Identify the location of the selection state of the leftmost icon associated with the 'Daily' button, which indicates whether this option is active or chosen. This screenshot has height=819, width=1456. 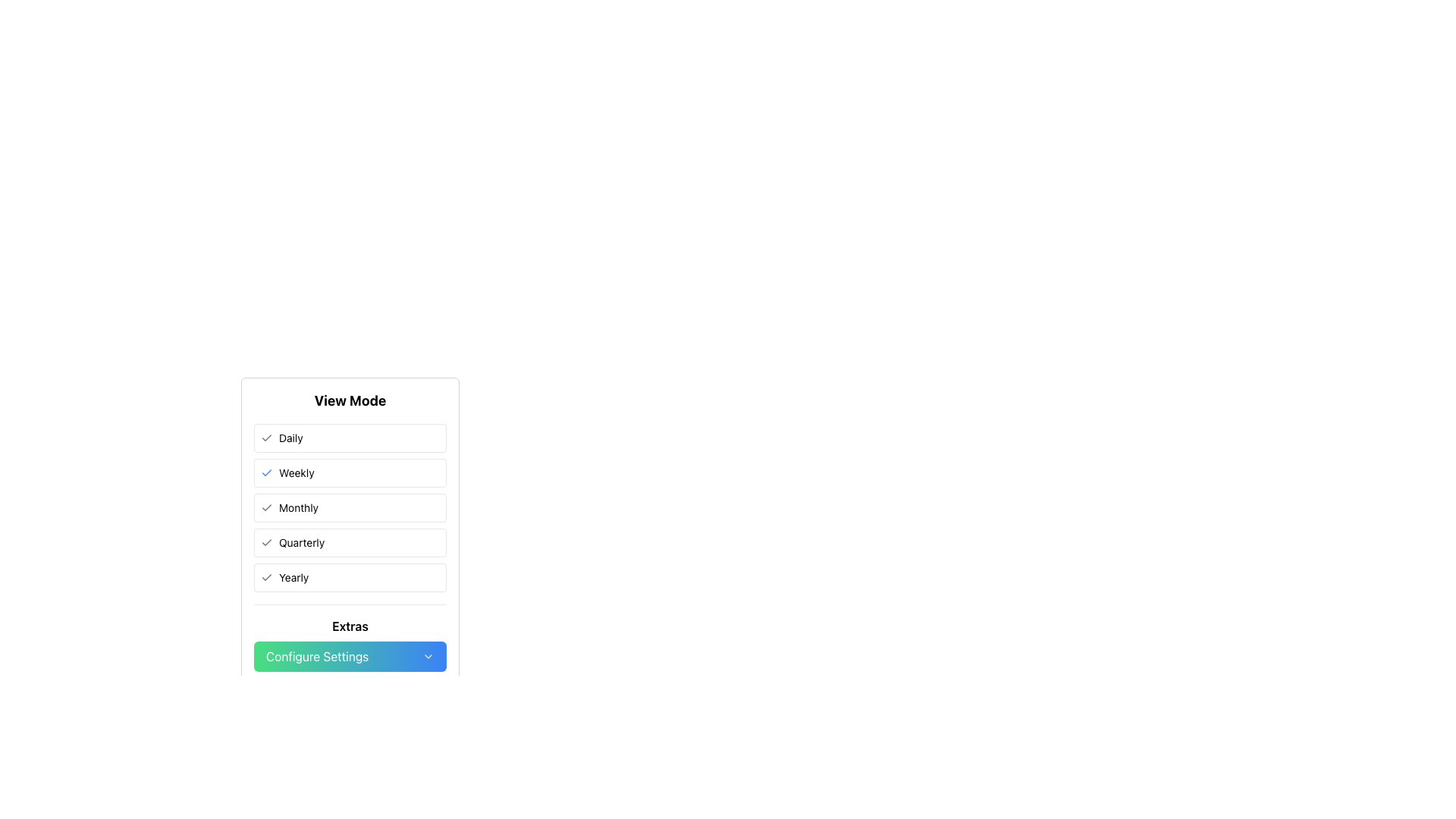
(266, 438).